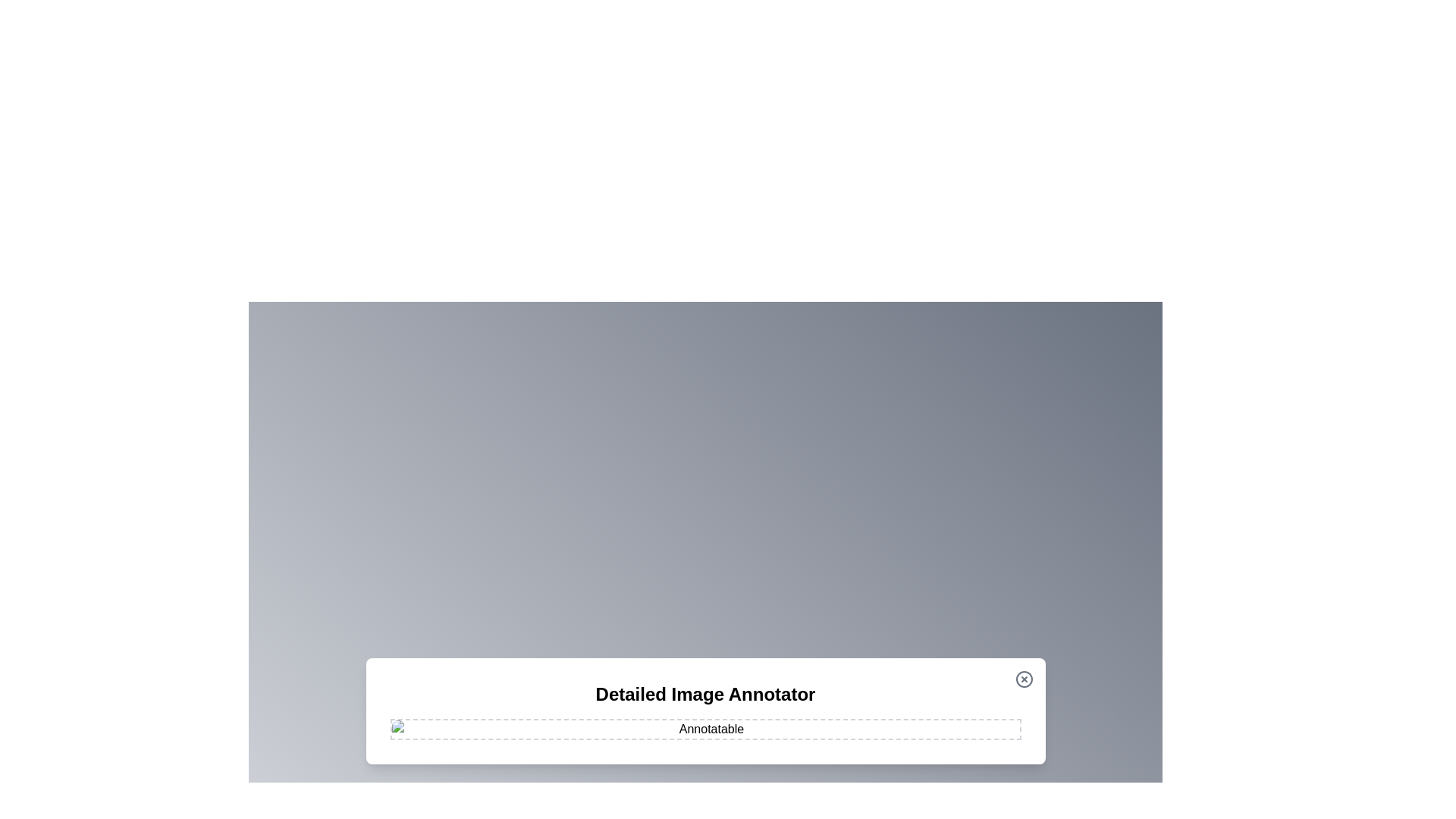 The image size is (1456, 819). What do you see at coordinates (811, 719) in the screenshot?
I see `the image at coordinates (1070, 950) to add an annotation` at bounding box center [811, 719].